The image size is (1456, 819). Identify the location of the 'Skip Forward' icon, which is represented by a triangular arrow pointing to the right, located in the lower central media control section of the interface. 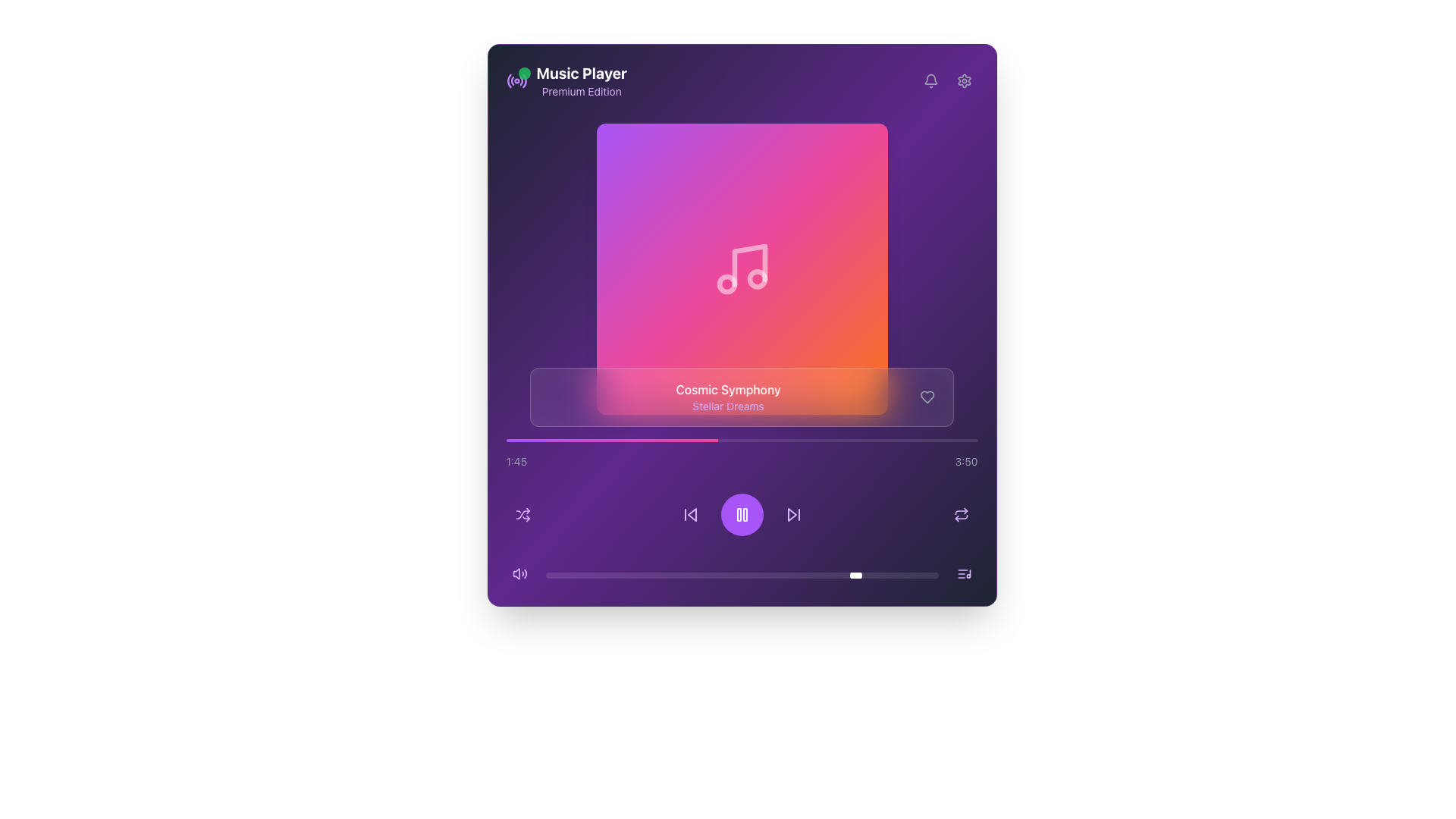
(791, 513).